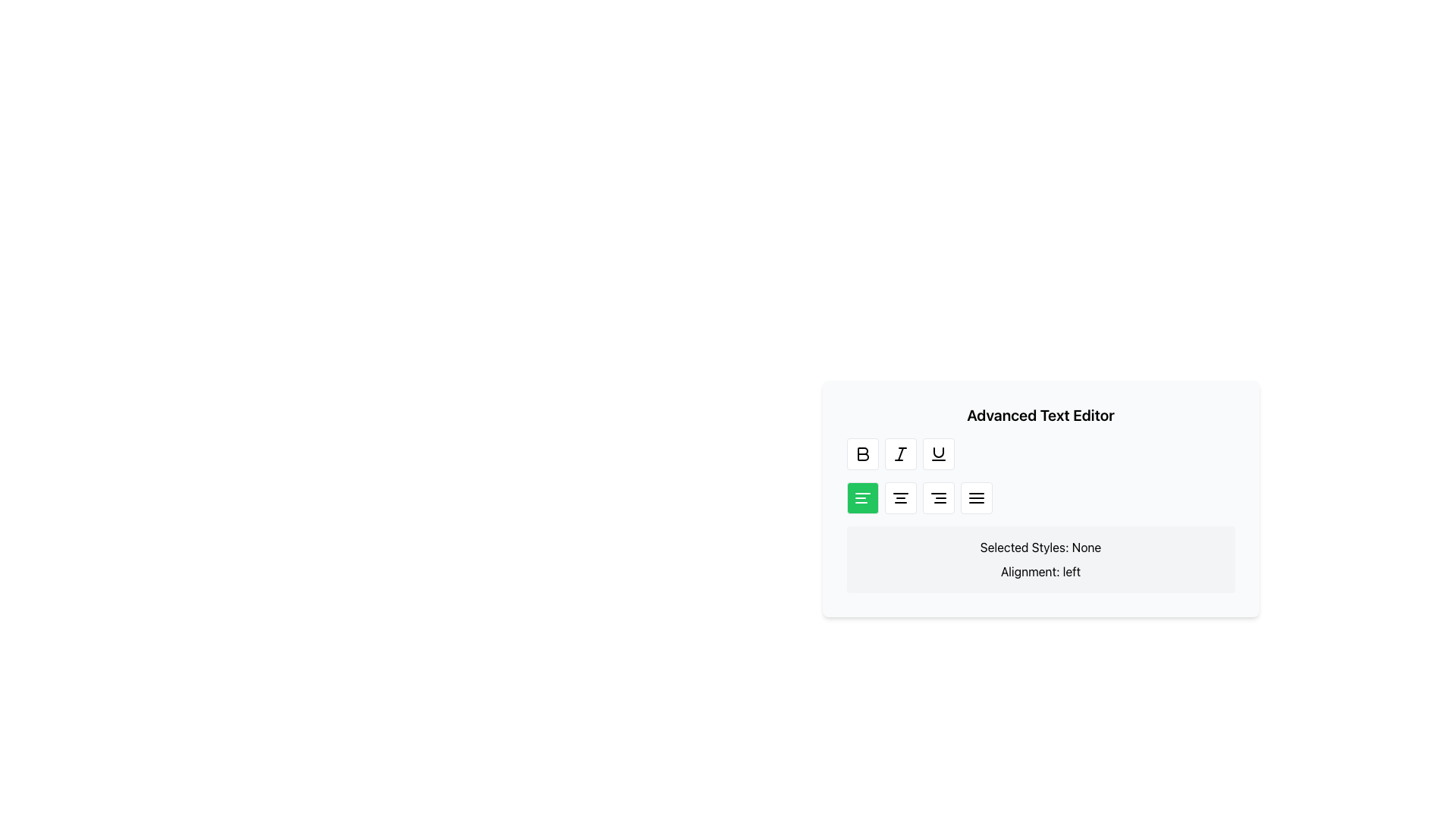 The width and height of the screenshot is (1456, 819). Describe the element at coordinates (976, 497) in the screenshot. I see `the rightmost button in the alignment controls group of the 'Advanced Text Editor' to justify text` at that location.